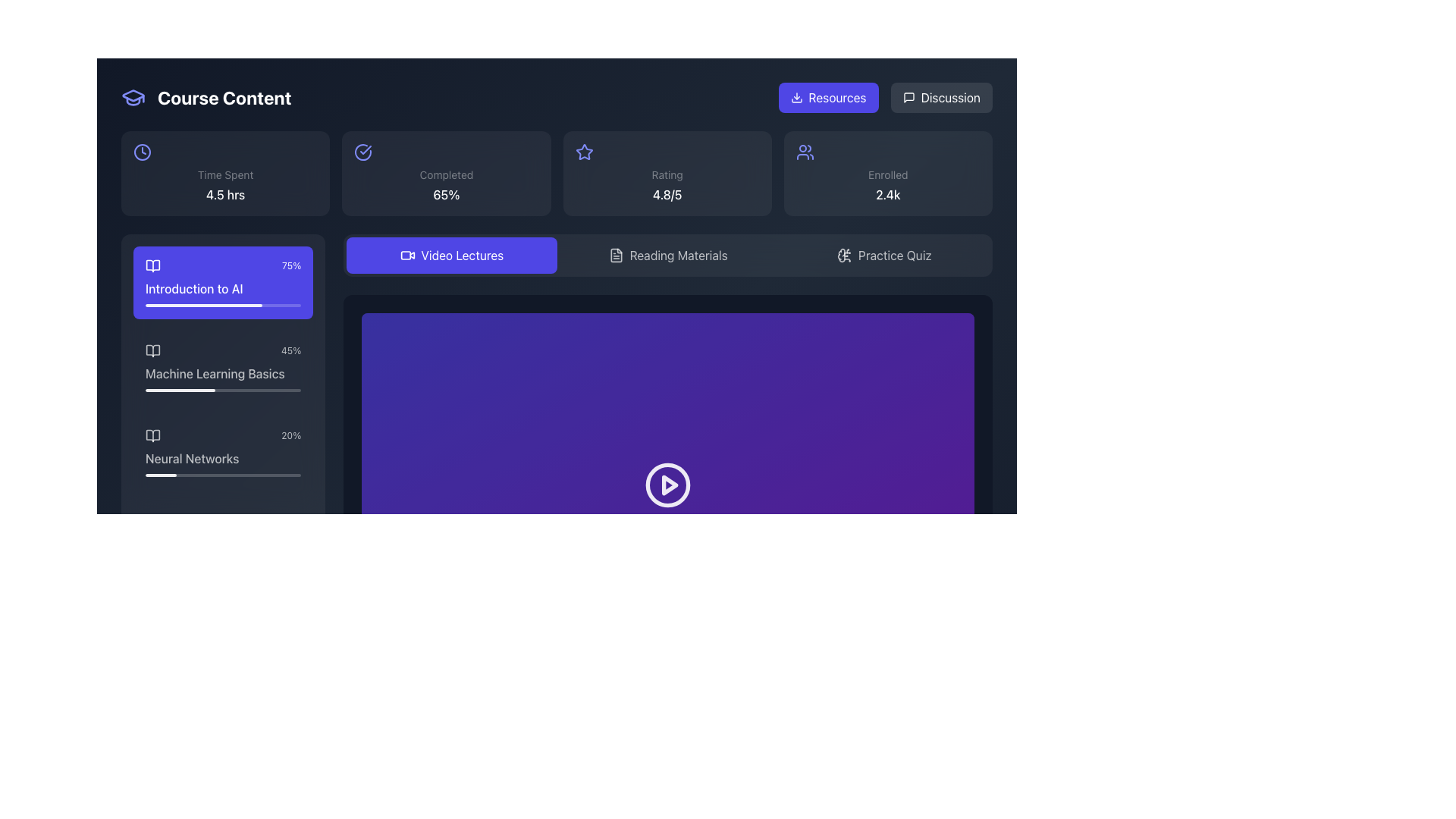 The width and height of the screenshot is (1456, 819). What do you see at coordinates (583, 152) in the screenshot?
I see `the rating icon located to the left of the text 'Rating: 4.8/5' in the header panel to provide user feedback` at bounding box center [583, 152].